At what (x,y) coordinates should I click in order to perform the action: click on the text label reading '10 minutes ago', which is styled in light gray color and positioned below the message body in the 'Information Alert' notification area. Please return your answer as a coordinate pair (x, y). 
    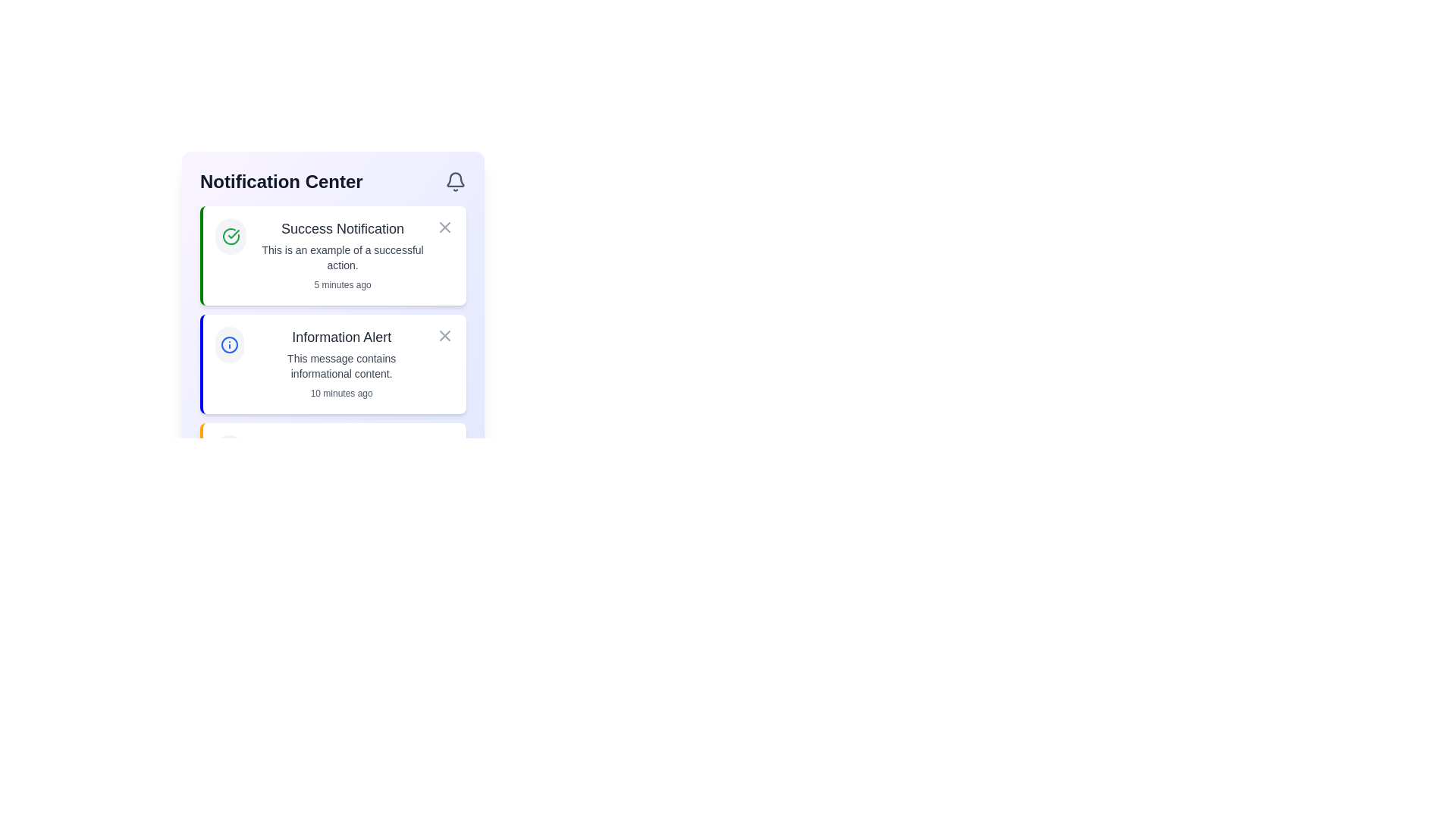
    Looking at the image, I should click on (340, 393).